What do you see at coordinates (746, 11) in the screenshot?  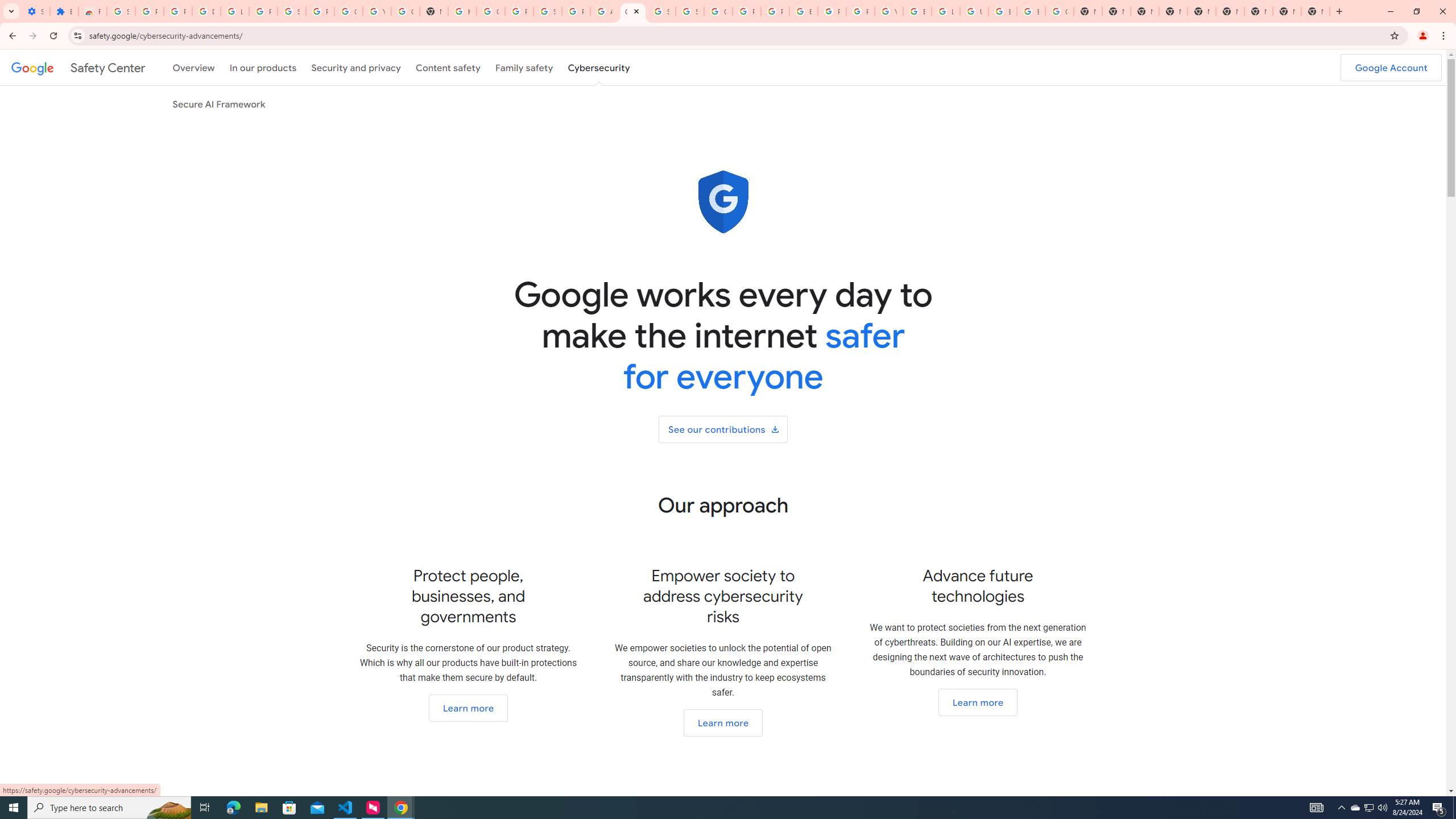 I see `'Privacy Help Center - Policies Help'` at bounding box center [746, 11].